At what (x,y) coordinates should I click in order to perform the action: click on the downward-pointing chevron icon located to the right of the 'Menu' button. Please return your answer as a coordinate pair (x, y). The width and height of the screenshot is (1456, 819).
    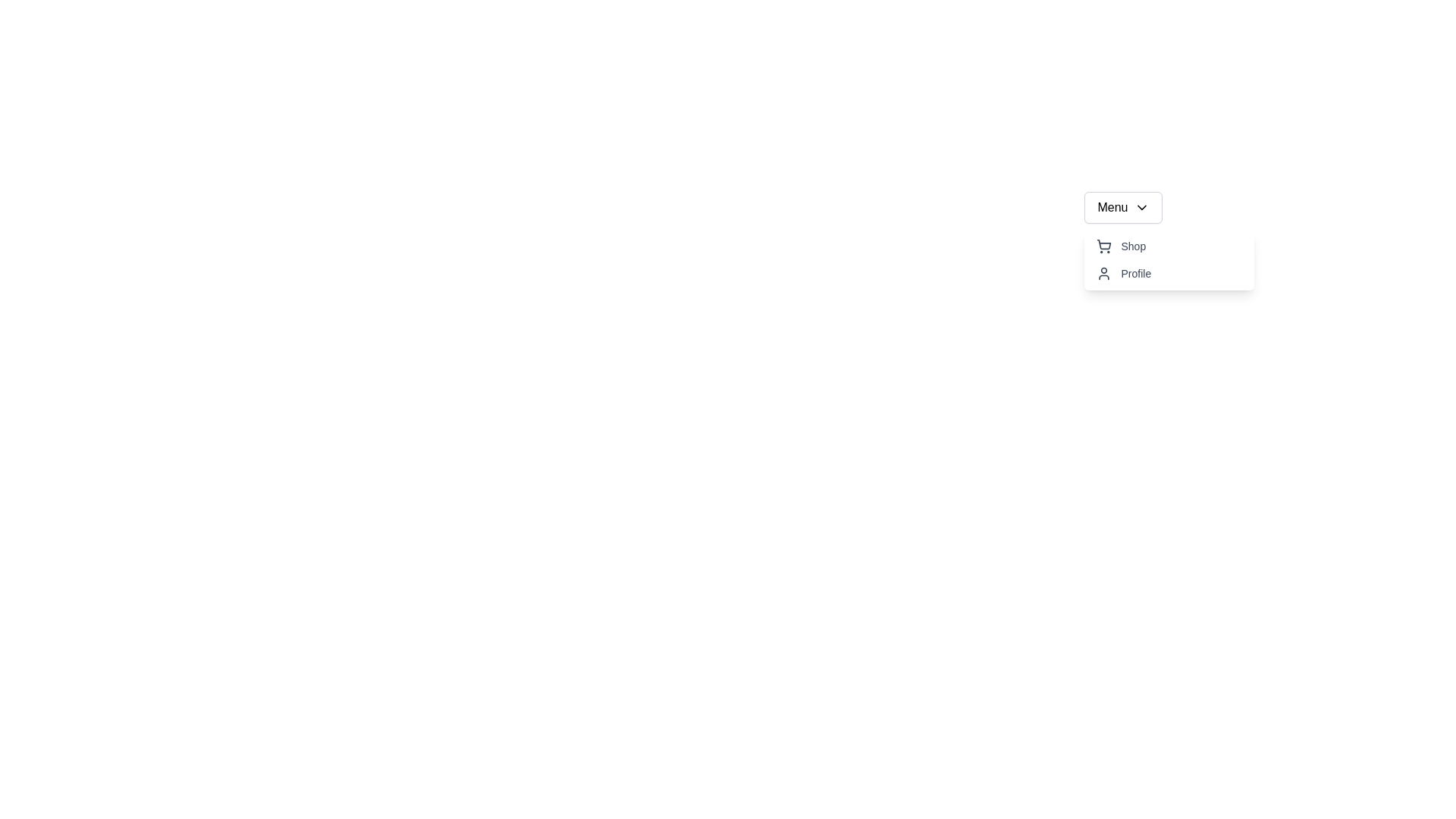
    Looking at the image, I should click on (1141, 207).